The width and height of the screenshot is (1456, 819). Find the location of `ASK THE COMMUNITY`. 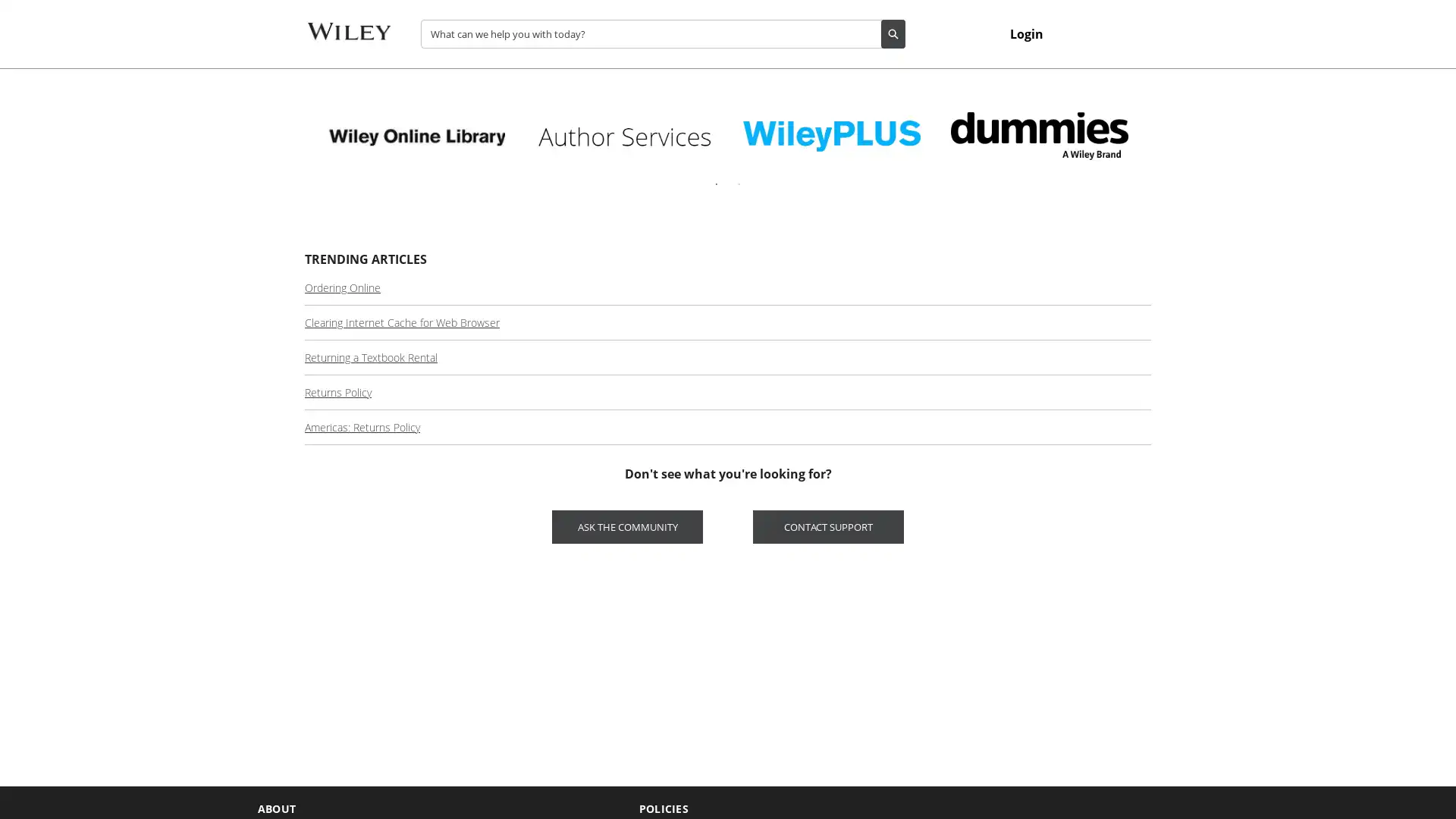

ASK THE COMMUNITY is located at coordinates (626, 526).